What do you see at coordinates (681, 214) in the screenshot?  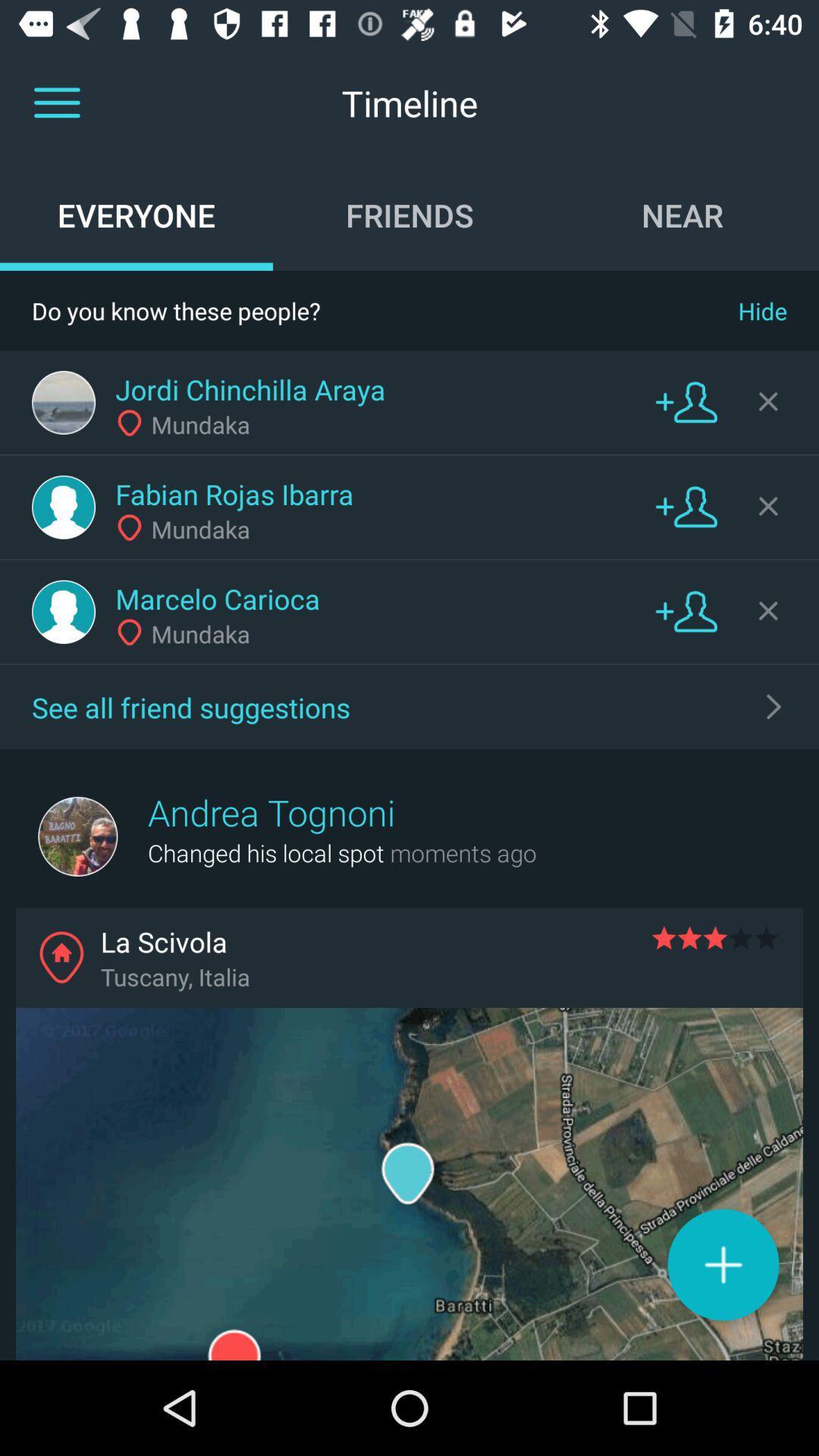 I see `the icon next to the friends item` at bounding box center [681, 214].